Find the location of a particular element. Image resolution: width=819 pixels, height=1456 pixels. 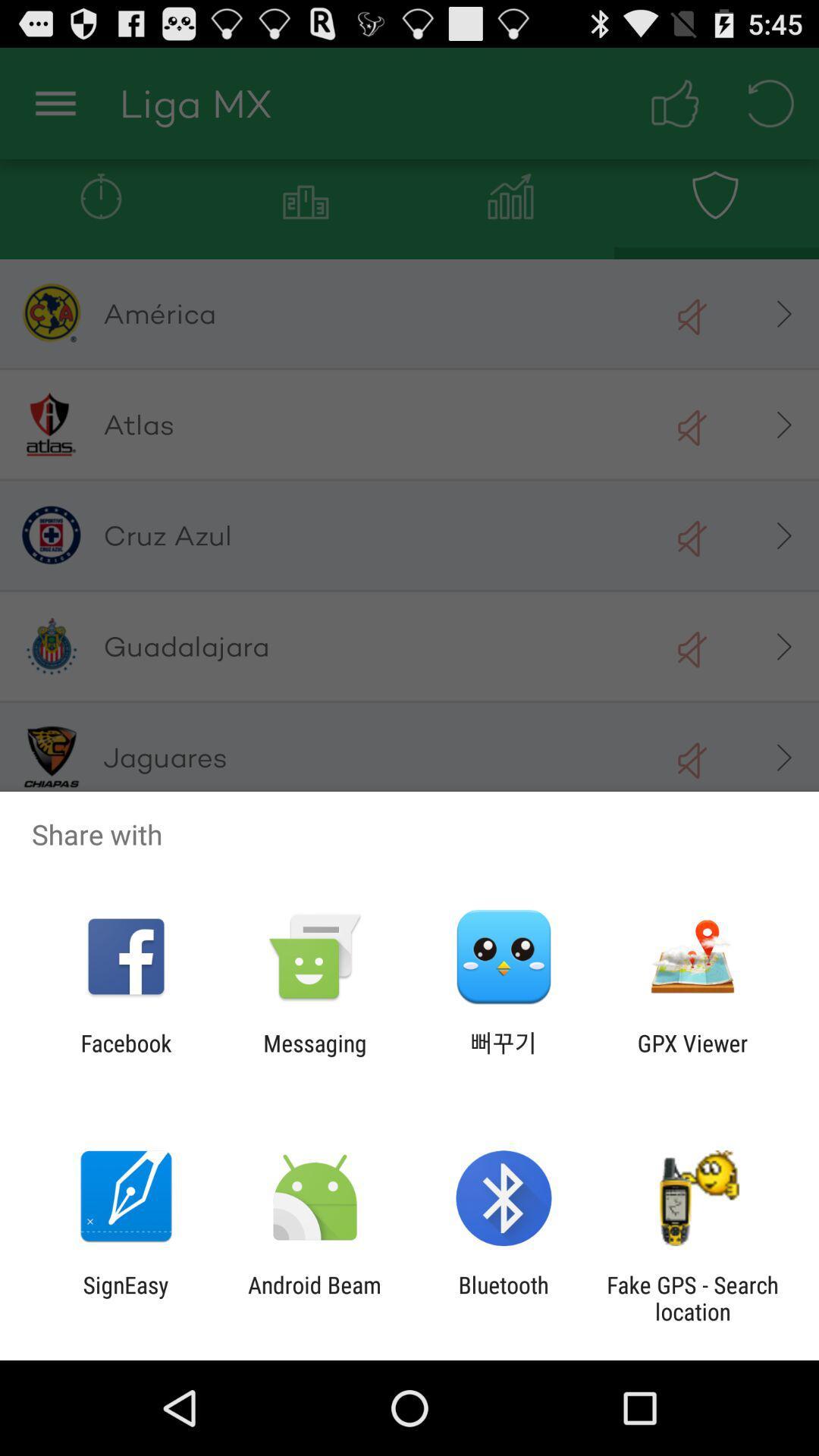

the facebook icon is located at coordinates (125, 1056).